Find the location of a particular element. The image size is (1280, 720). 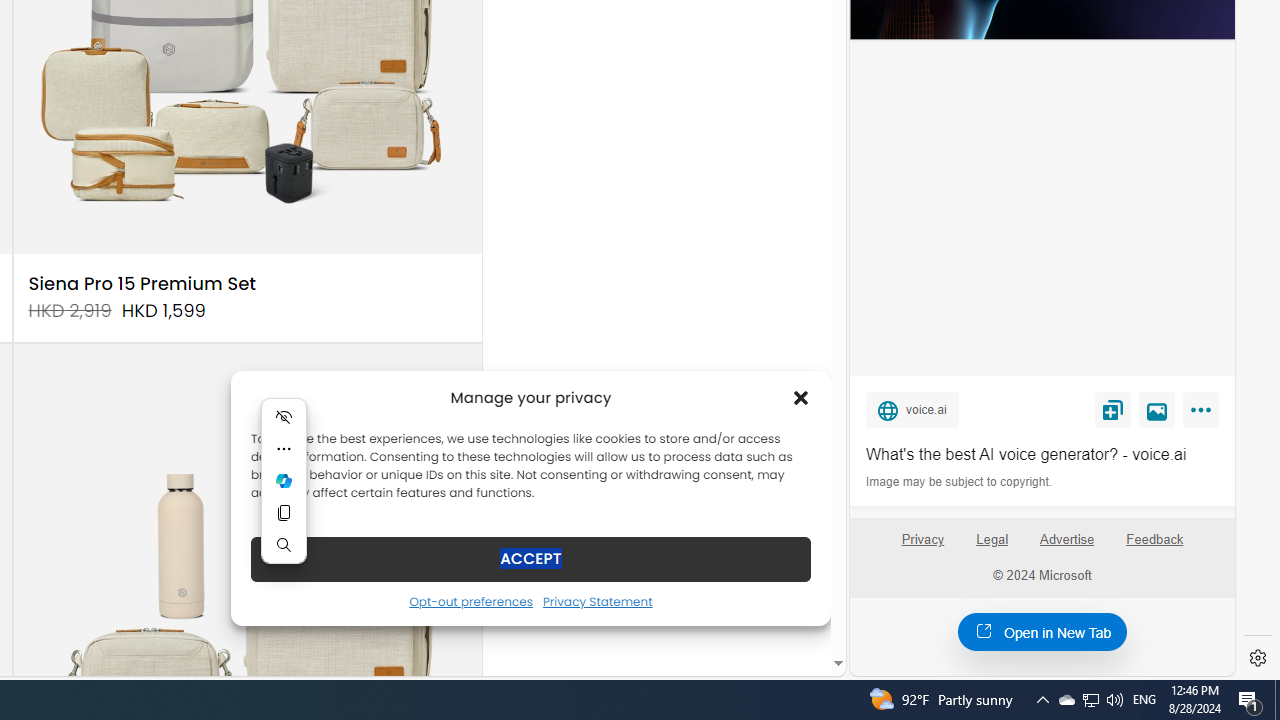

'Legal' is located at coordinates (992, 547).